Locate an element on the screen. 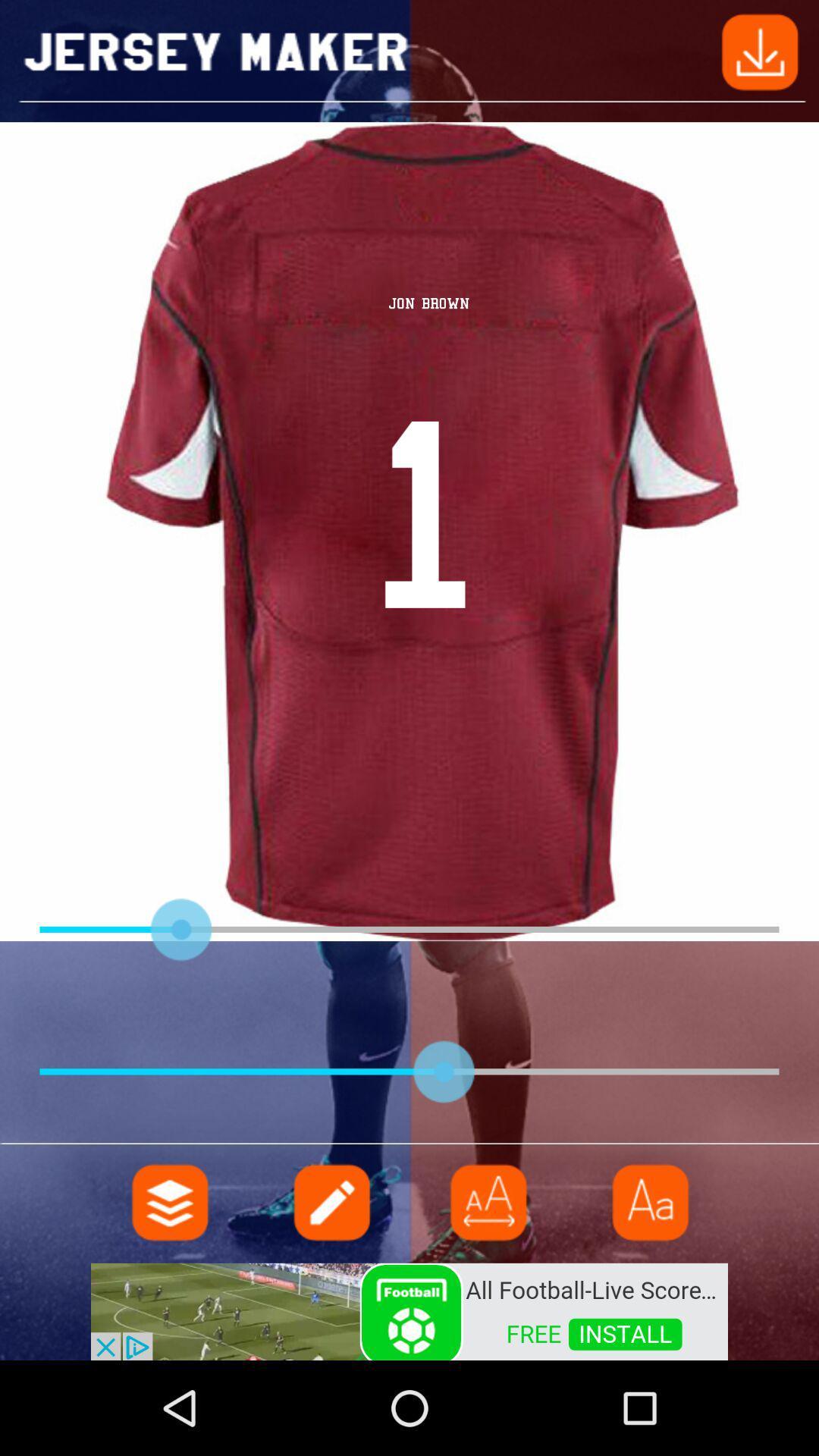 Image resolution: width=819 pixels, height=1456 pixels. advertisement is located at coordinates (409, 1310).